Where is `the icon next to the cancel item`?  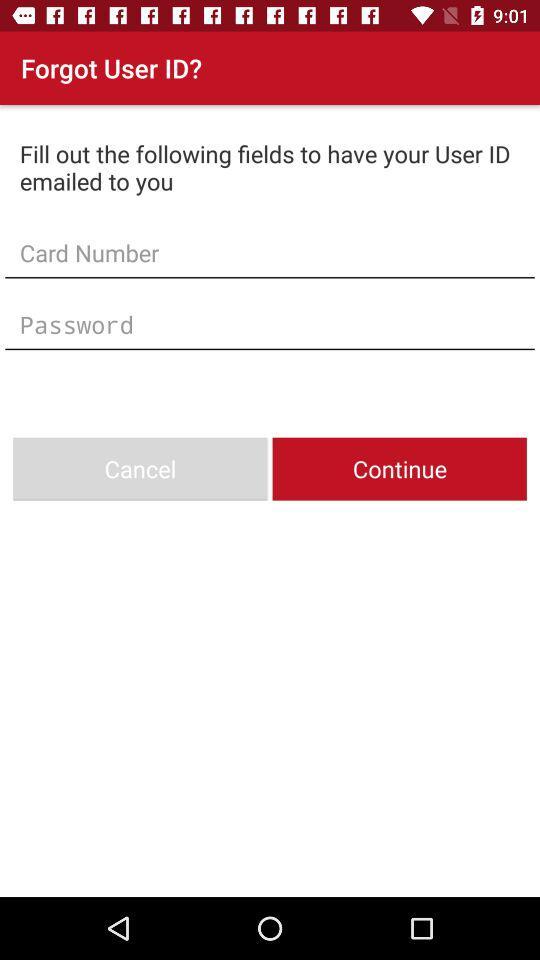
the icon next to the cancel item is located at coordinates (399, 469).